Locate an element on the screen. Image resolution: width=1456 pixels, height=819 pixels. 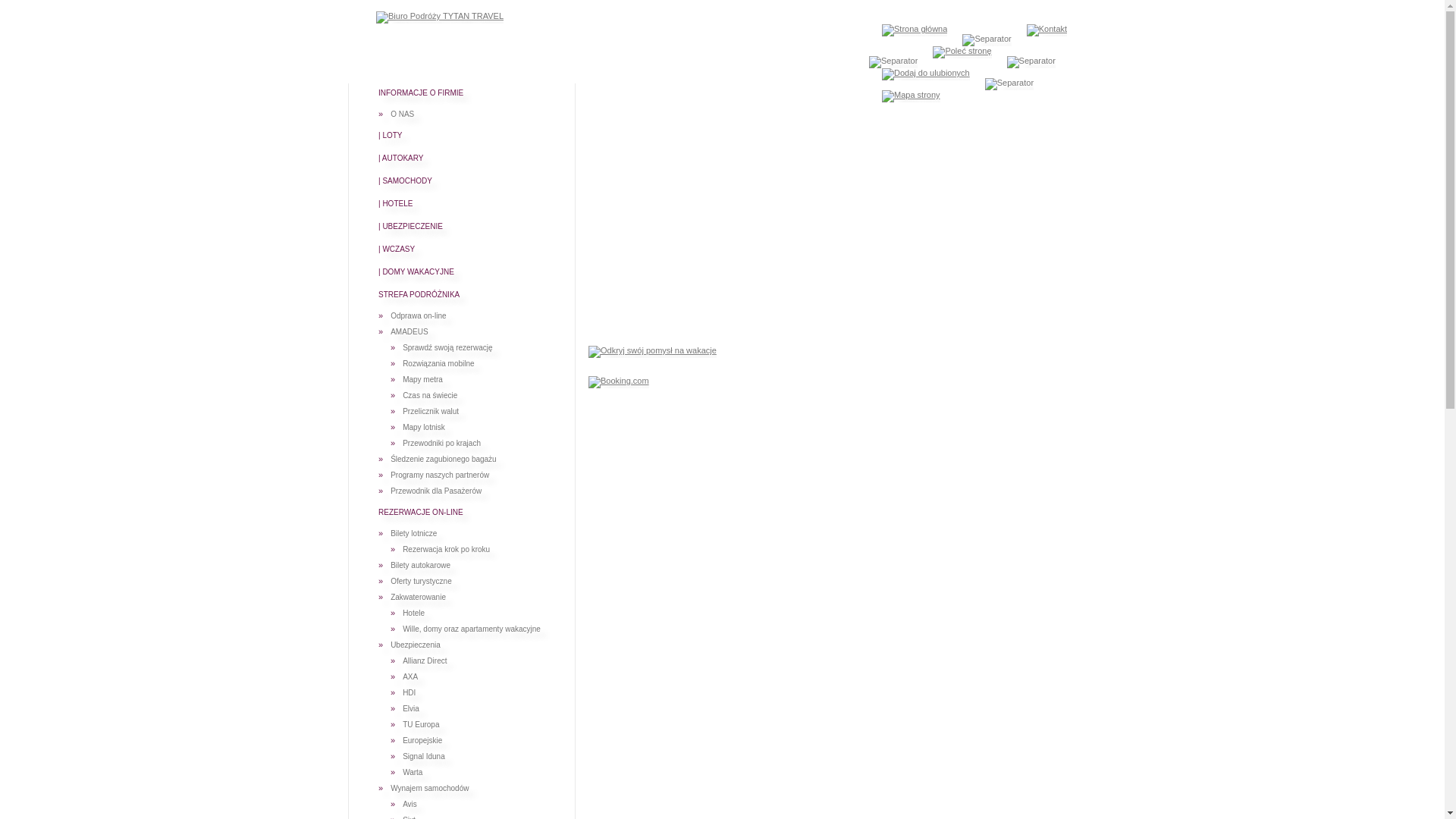
'Odprawa on-line' is located at coordinates (418, 315).